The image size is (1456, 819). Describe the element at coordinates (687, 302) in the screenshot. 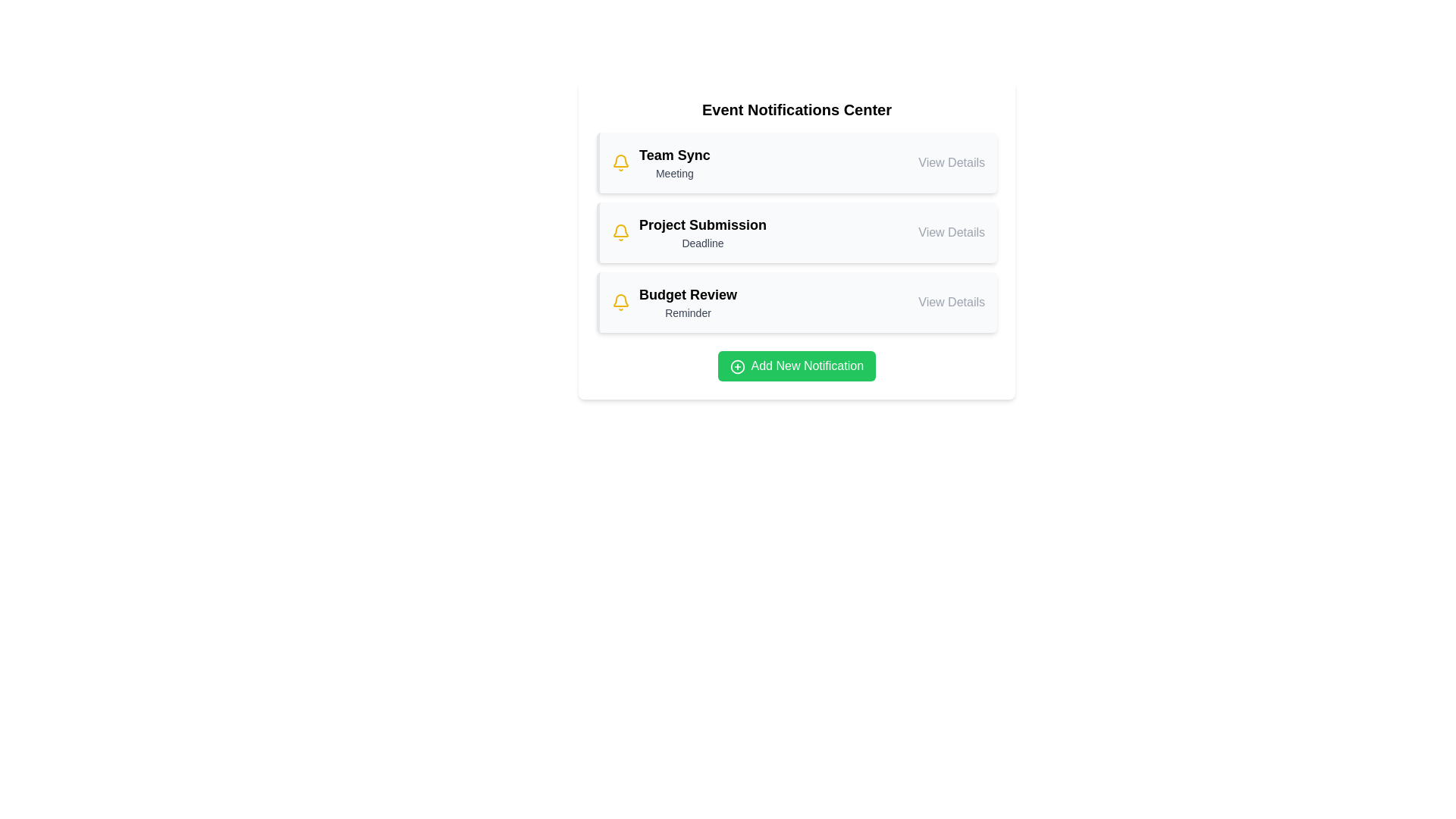

I see `the third notification item in the vertical list that displays a 'Budget Review' title and 'Reminder' note` at that location.